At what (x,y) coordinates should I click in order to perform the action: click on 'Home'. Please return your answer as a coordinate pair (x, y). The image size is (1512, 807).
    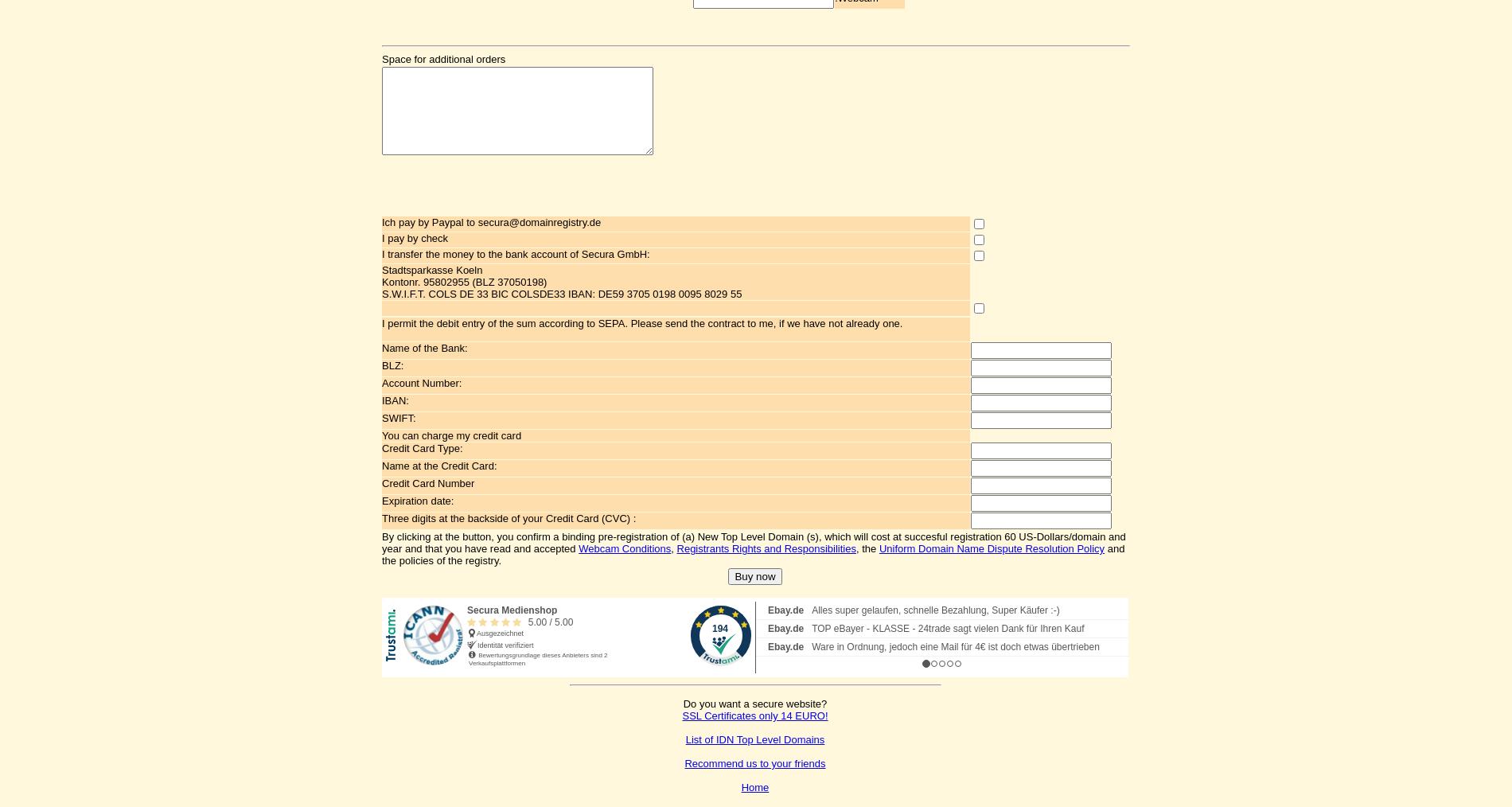
    Looking at the image, I should click on (754, 787).